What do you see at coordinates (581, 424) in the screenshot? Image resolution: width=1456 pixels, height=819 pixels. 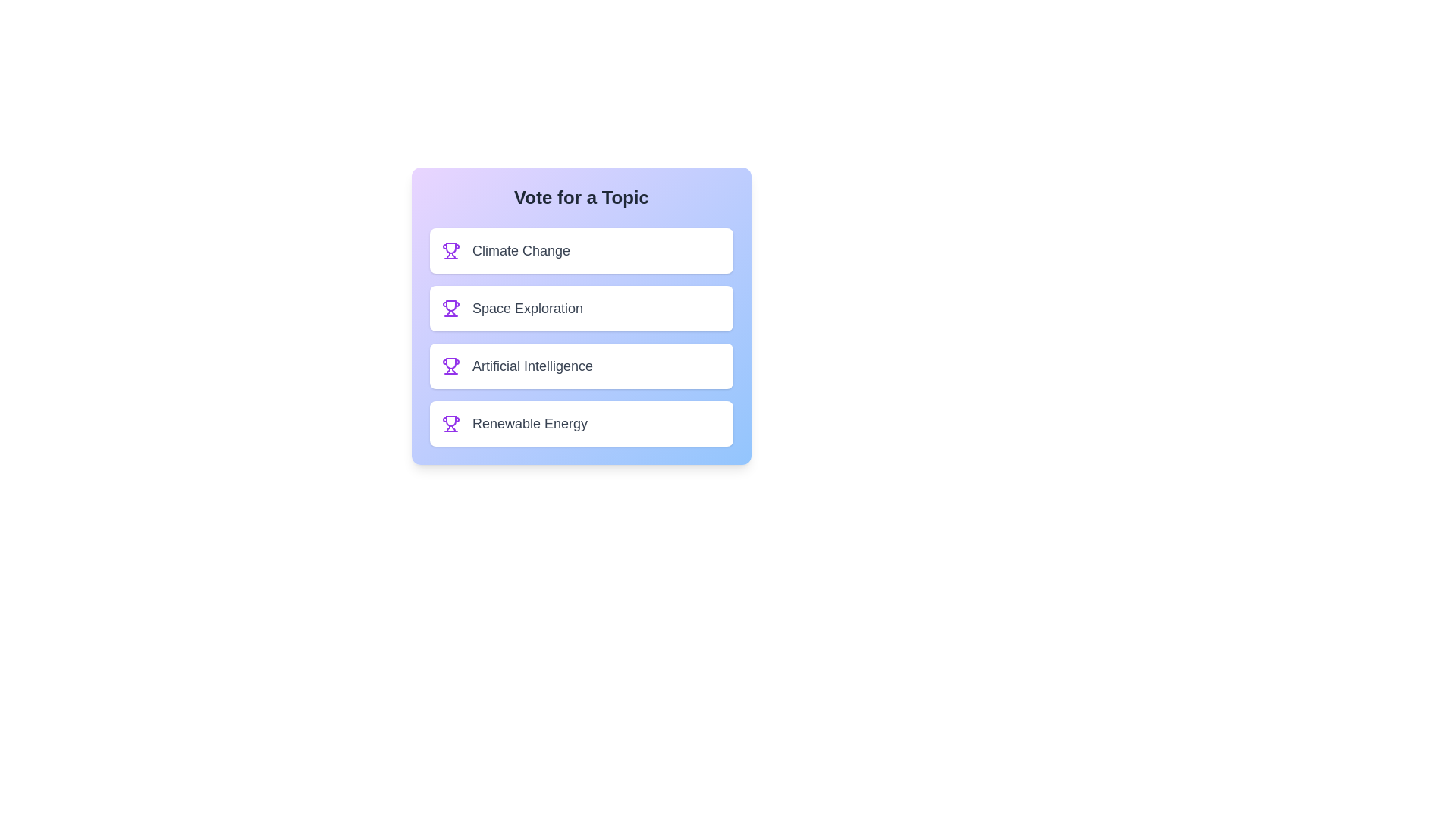 I see `the button labeled 'Renewable Energy'` at bounding box center [581, 424].